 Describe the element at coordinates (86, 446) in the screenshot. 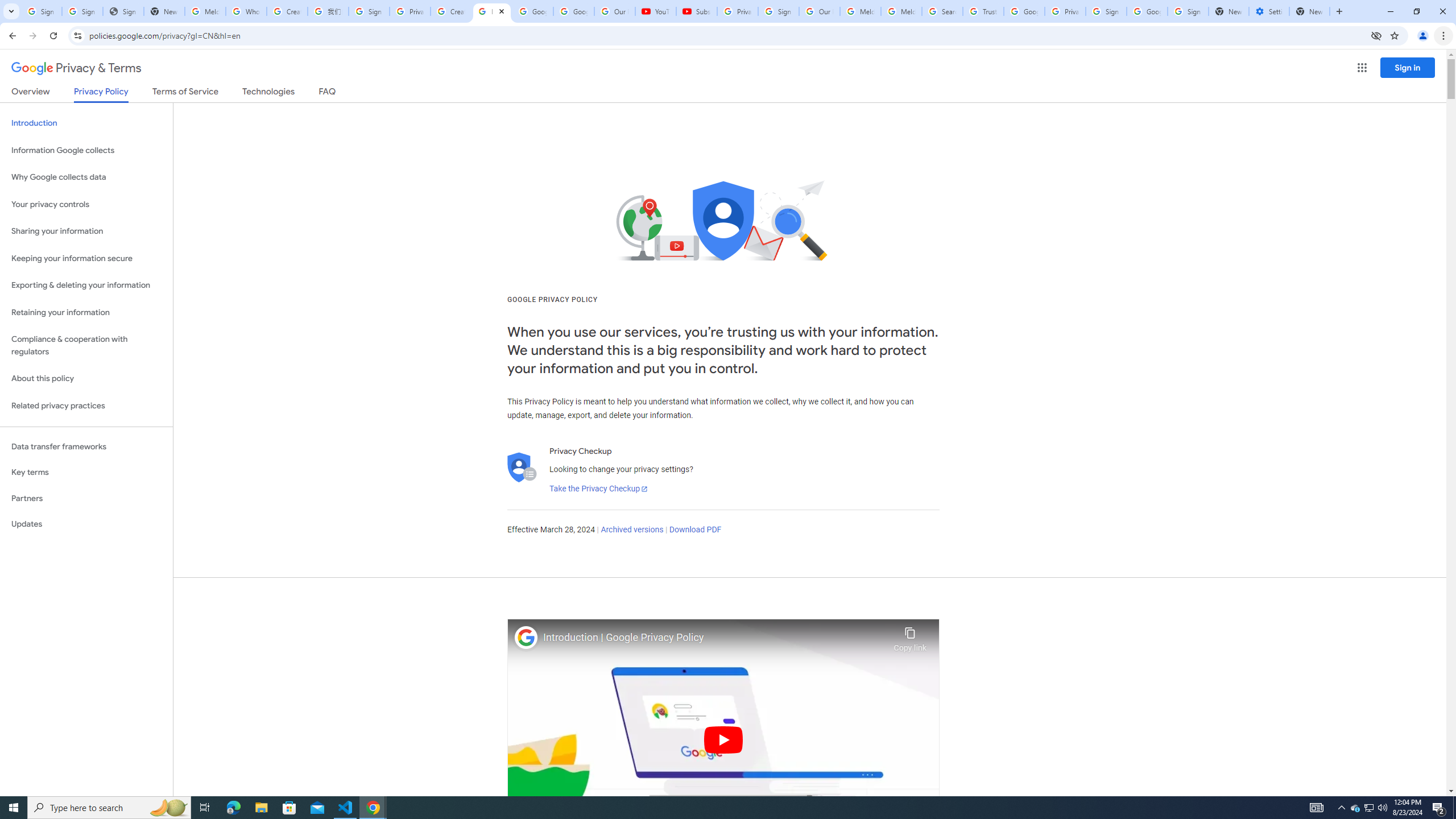

I see `'Data transfer frameworks'` at that location.